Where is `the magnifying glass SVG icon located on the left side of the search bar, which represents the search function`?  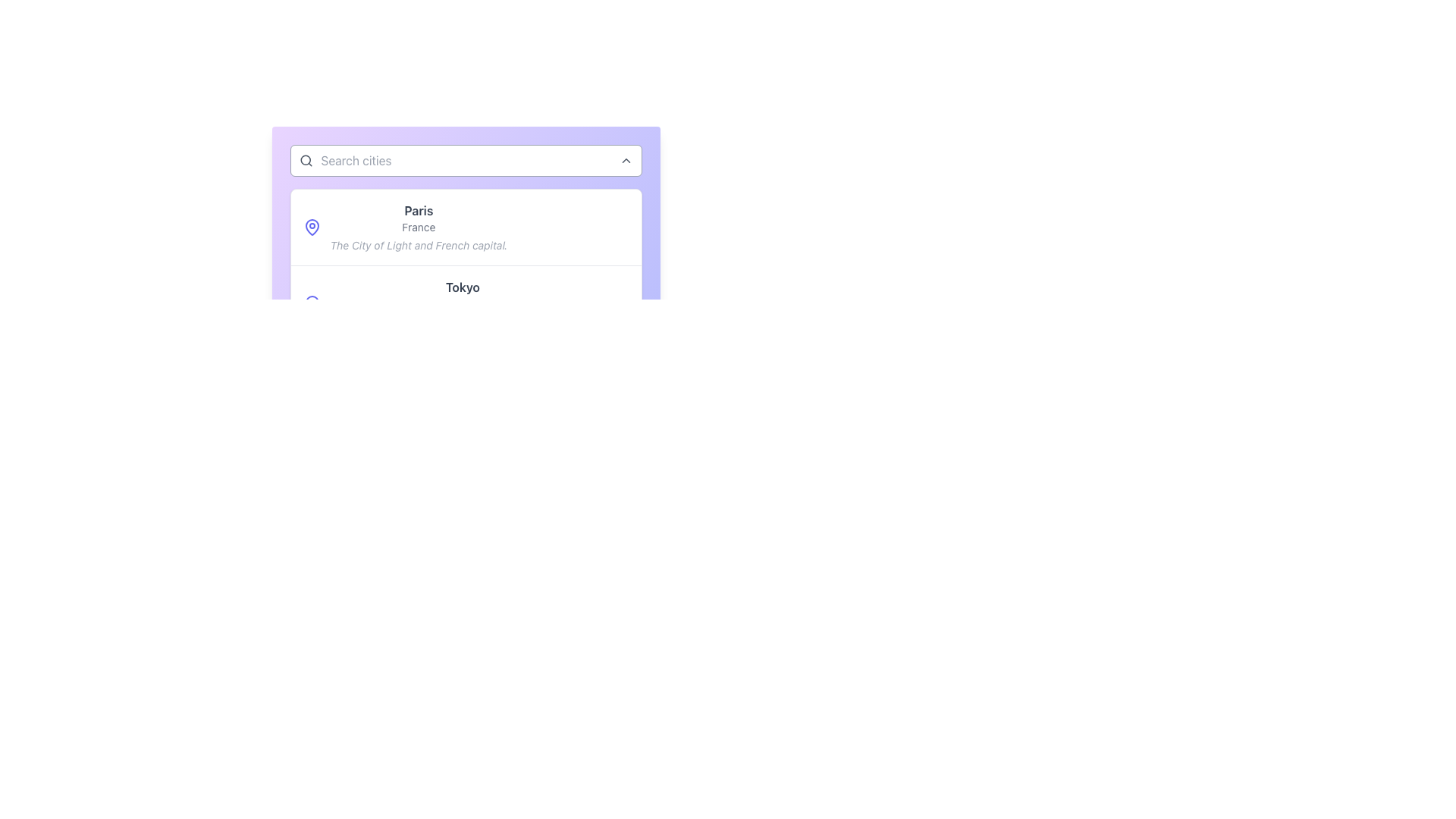 the magnifying glass SVG icon located on the left side of the search bar, which represents the search function is located at coordinates (305, 161).